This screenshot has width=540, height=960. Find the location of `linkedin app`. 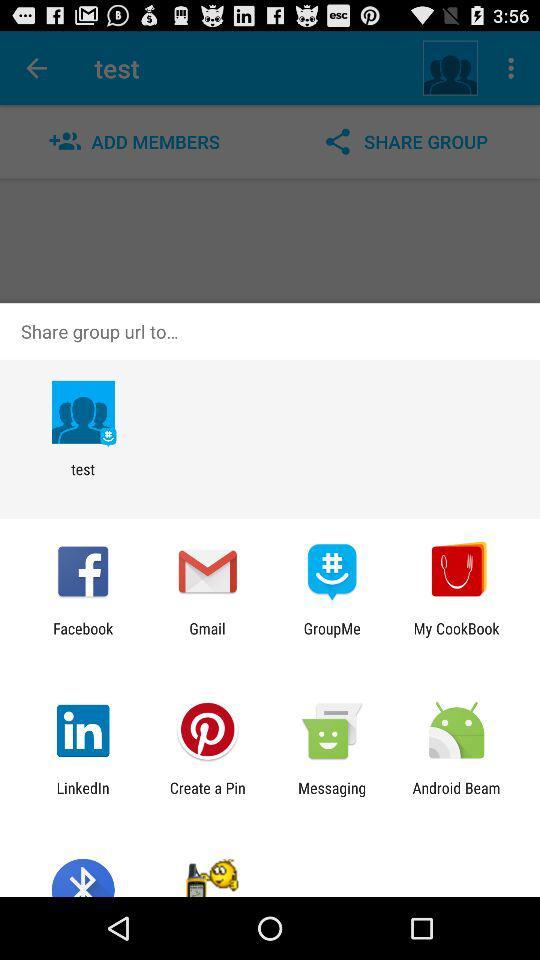

linkedin app is located at coordinates (82, 796).